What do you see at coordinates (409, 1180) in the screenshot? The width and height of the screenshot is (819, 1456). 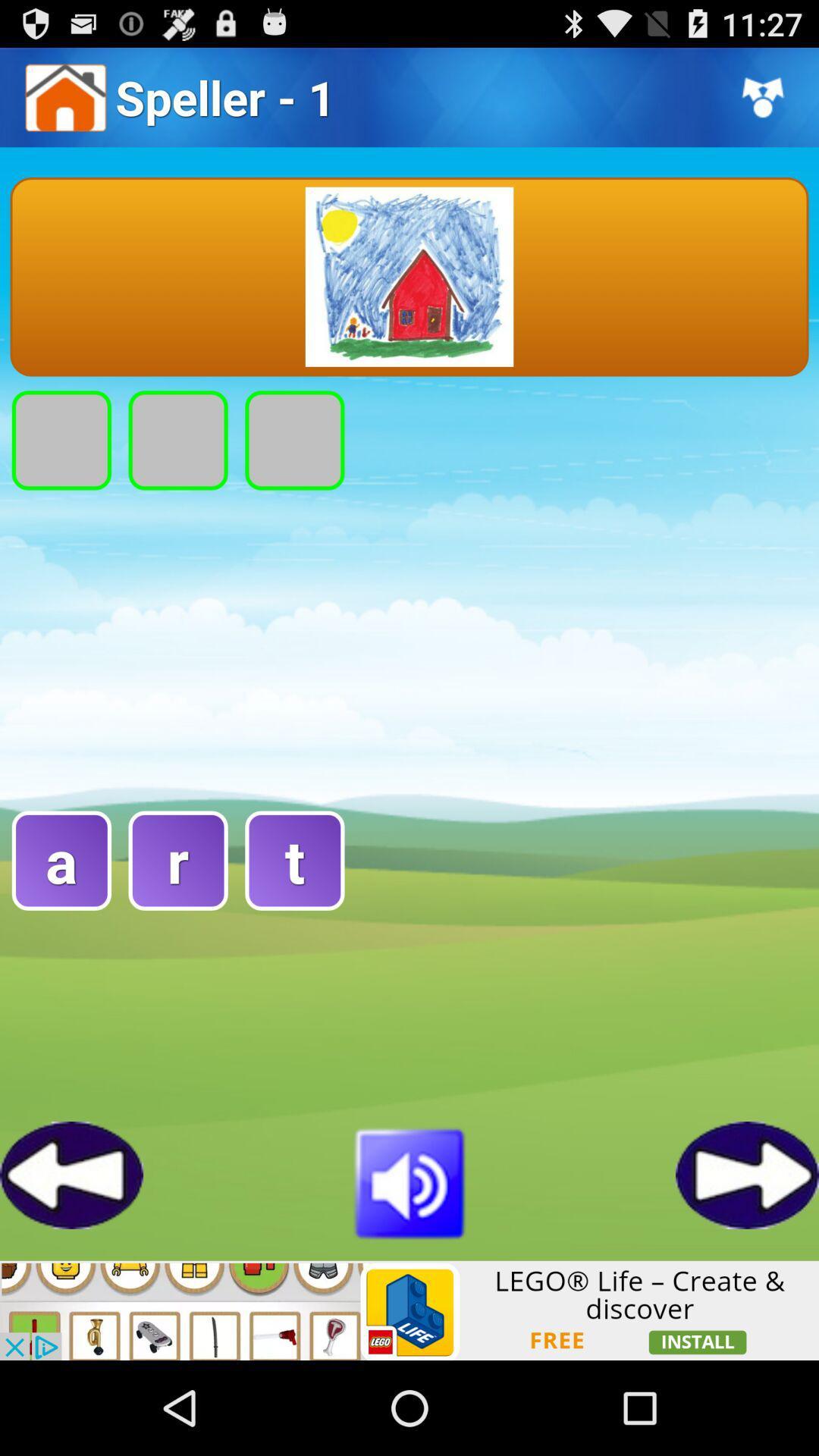 I see `turn music off` at bounding box center [409, 1180].